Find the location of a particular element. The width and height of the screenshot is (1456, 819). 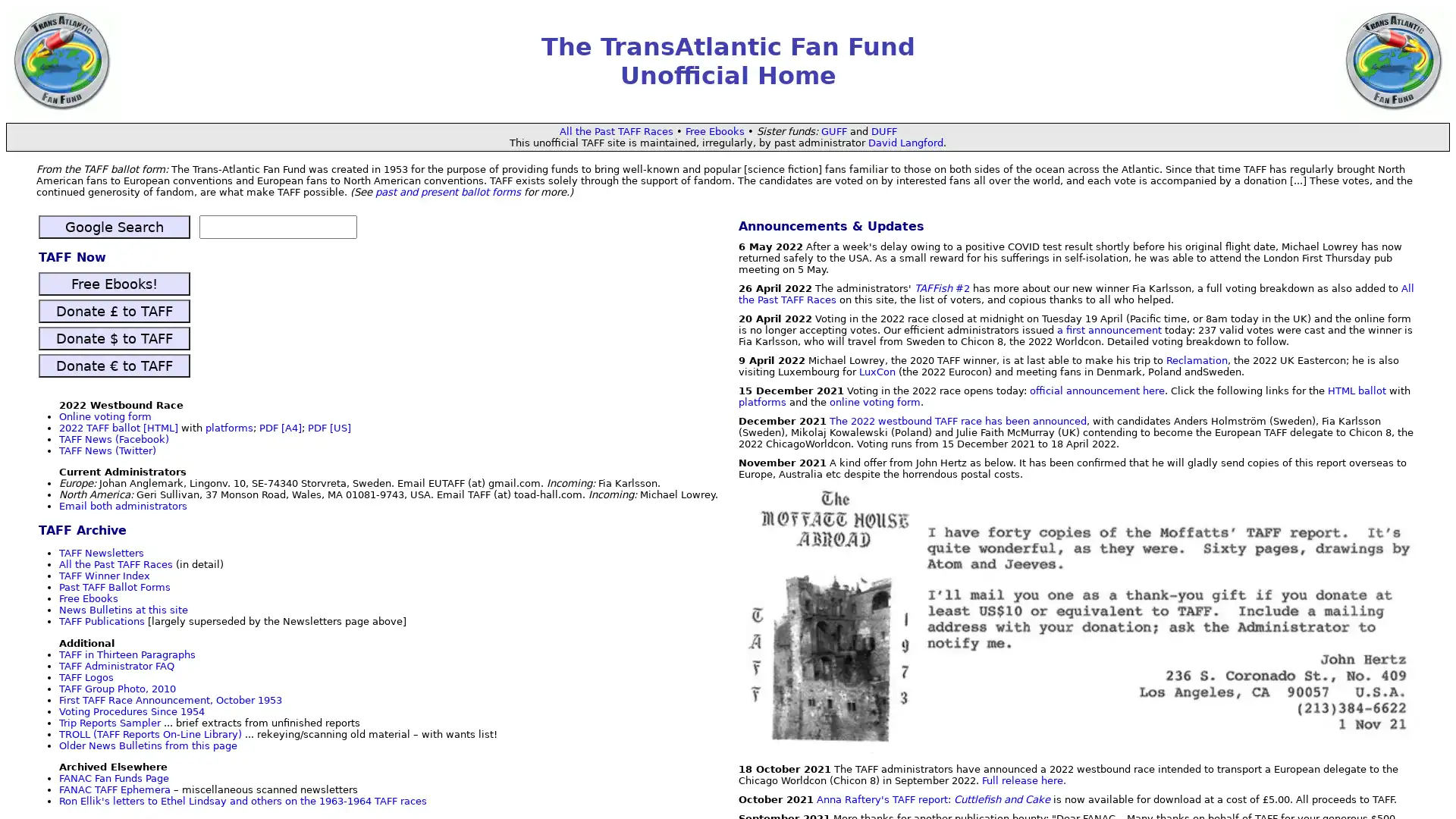

Google Search is located at coordinates (113, 227).